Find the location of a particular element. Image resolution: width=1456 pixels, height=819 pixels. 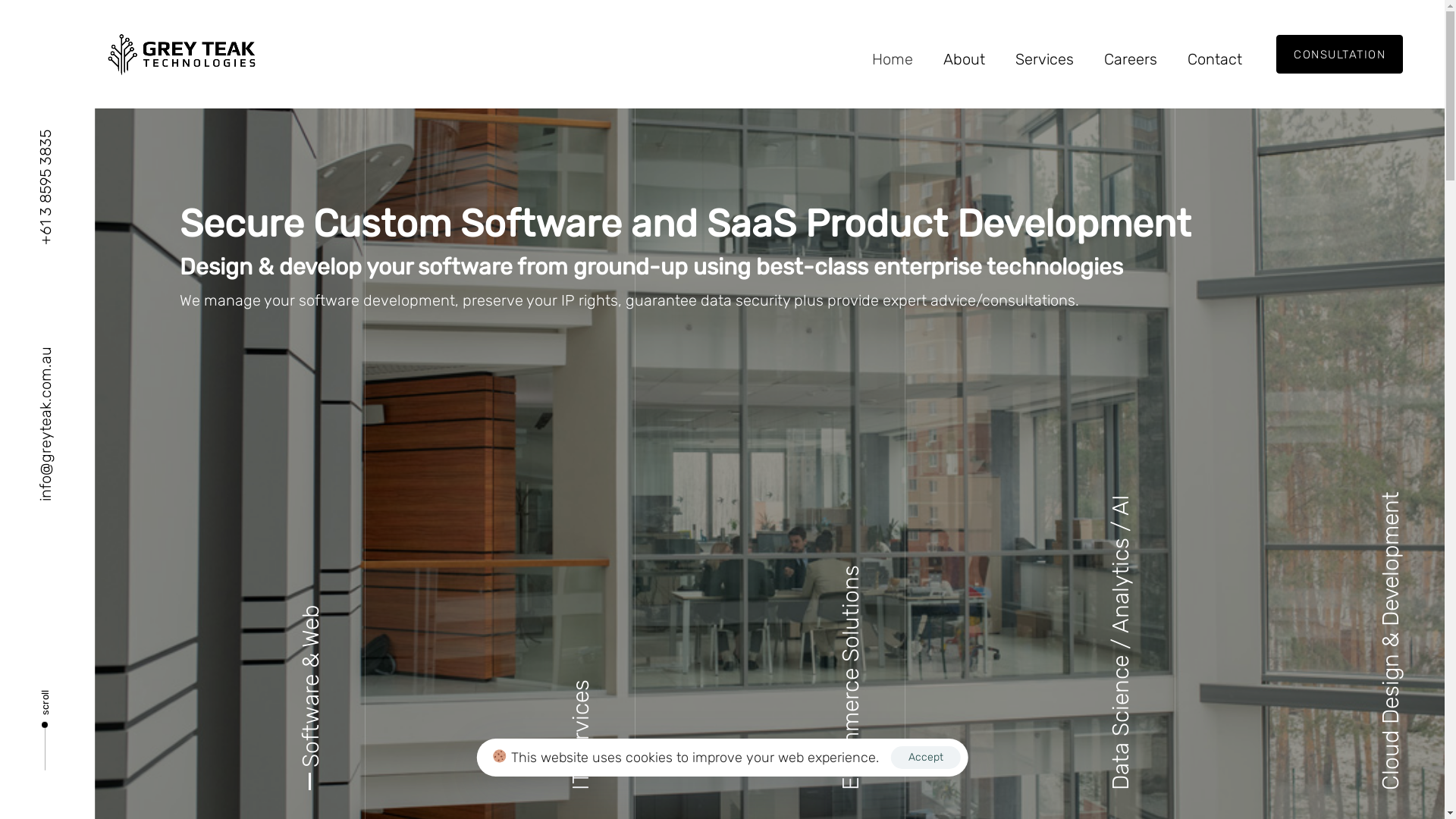

'scroll' is located at coordinates (45, 724).